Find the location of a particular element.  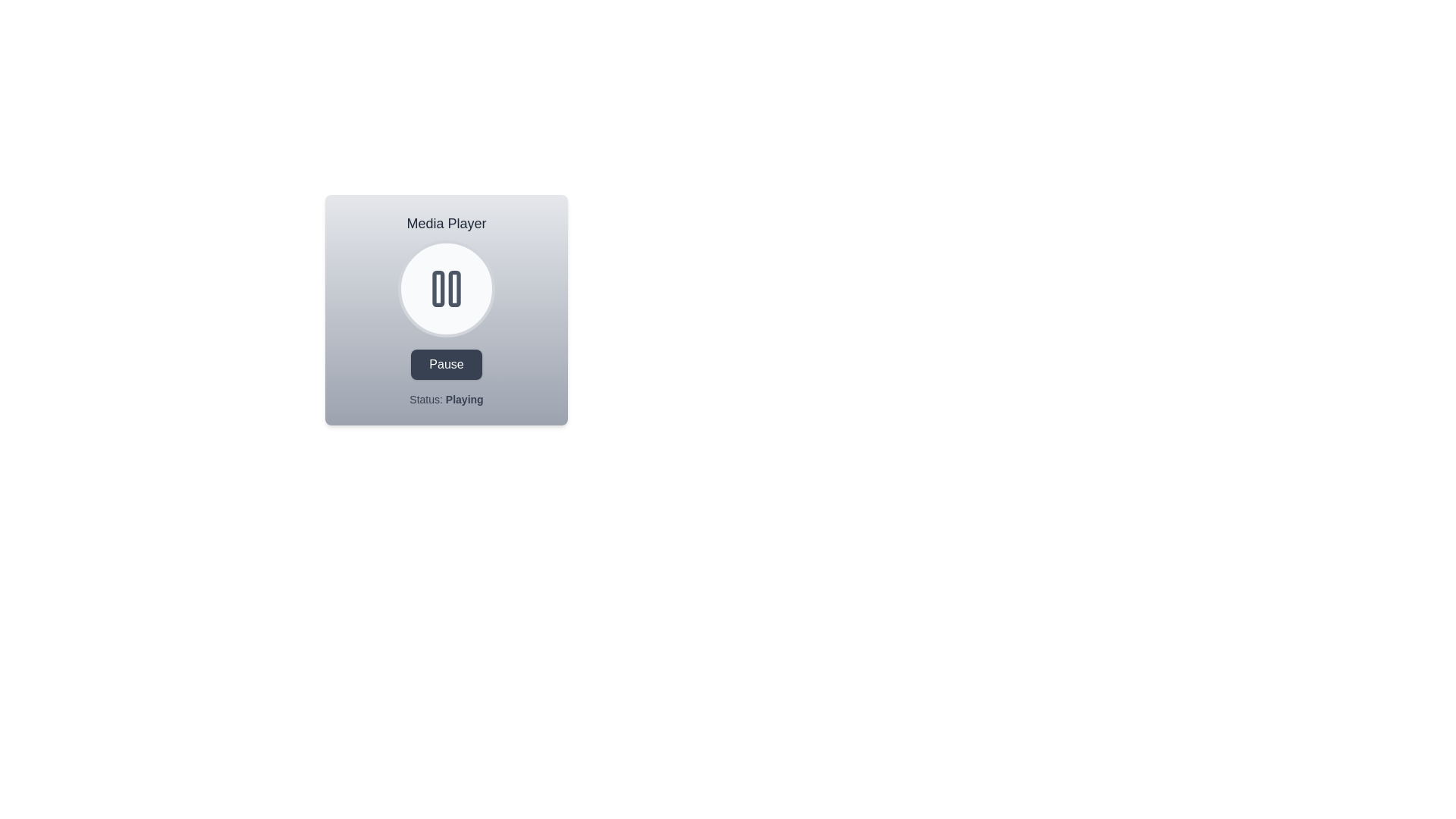

the circular play/pause button to toggle the play state is located at coordinates (446, 289).